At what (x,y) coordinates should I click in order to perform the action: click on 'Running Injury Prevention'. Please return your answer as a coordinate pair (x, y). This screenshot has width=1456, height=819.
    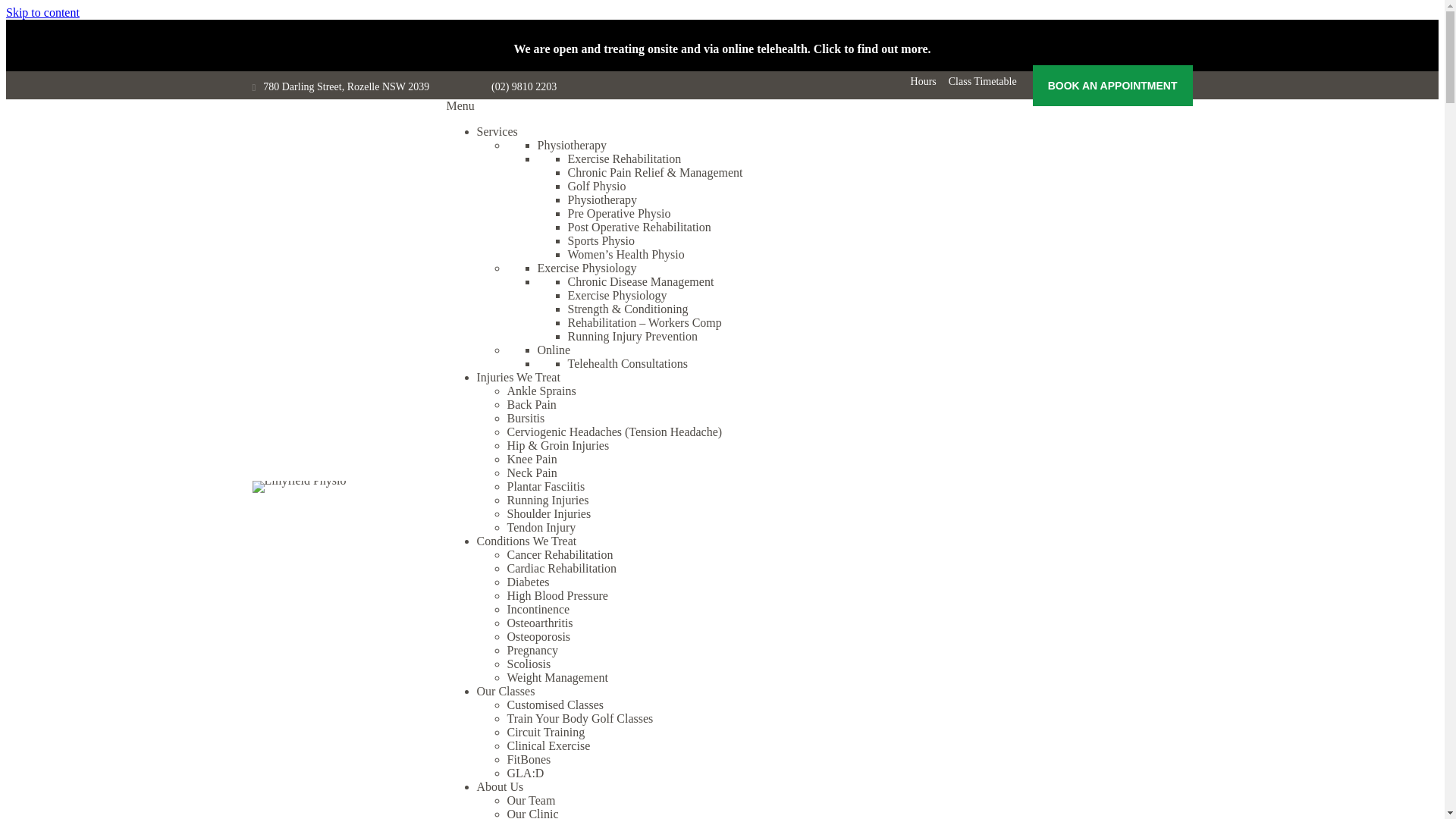
    Looking at the image, I should click on (632, 335).